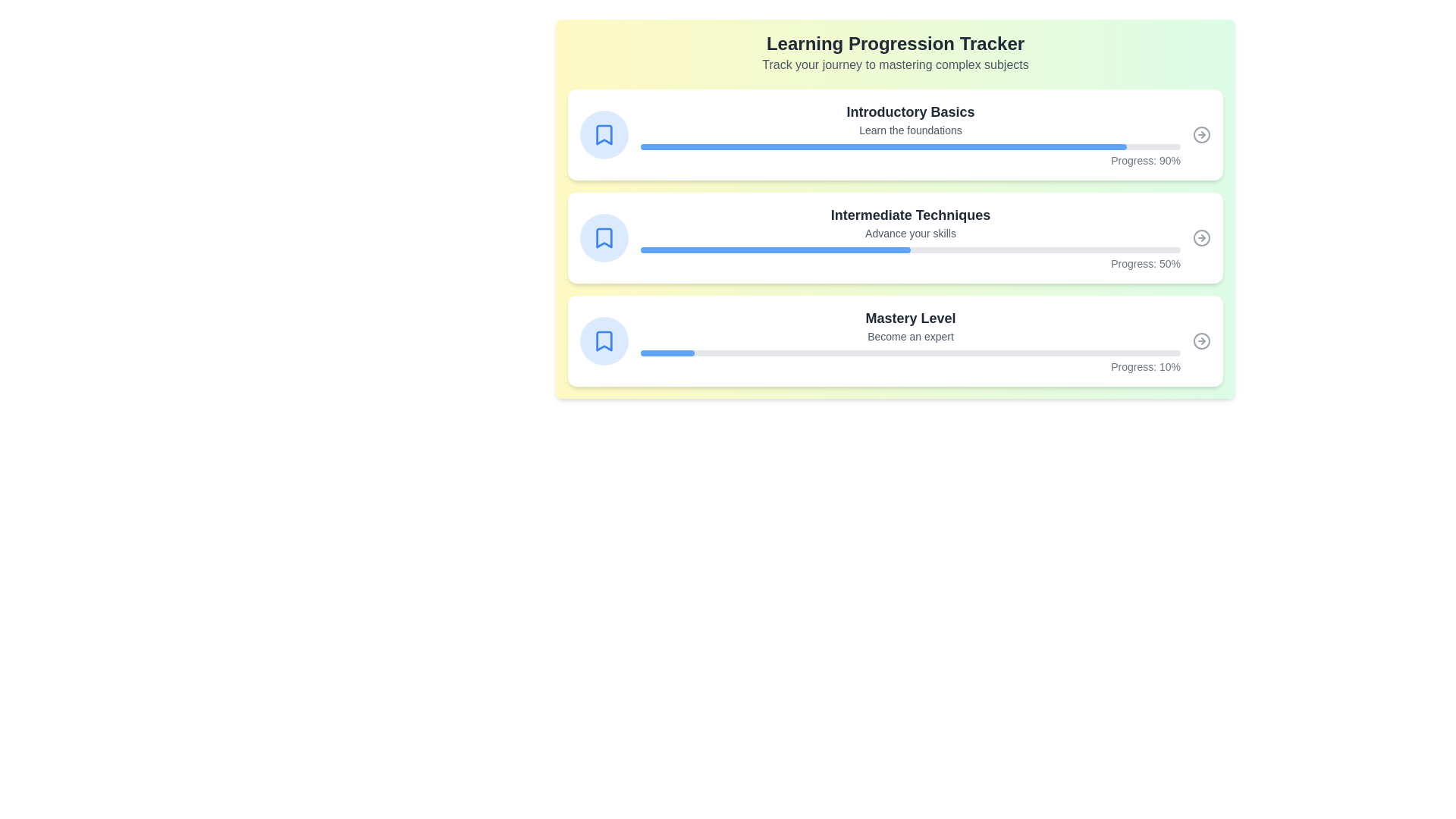 Image resolution: width=1456 pixels, height=819 pixels. Describe the element at coordinates (1200, 133) in the screenshot. I see `the Circular navigation arrow icon located on the right side of the 'Introductory Basics' panel` at that location.